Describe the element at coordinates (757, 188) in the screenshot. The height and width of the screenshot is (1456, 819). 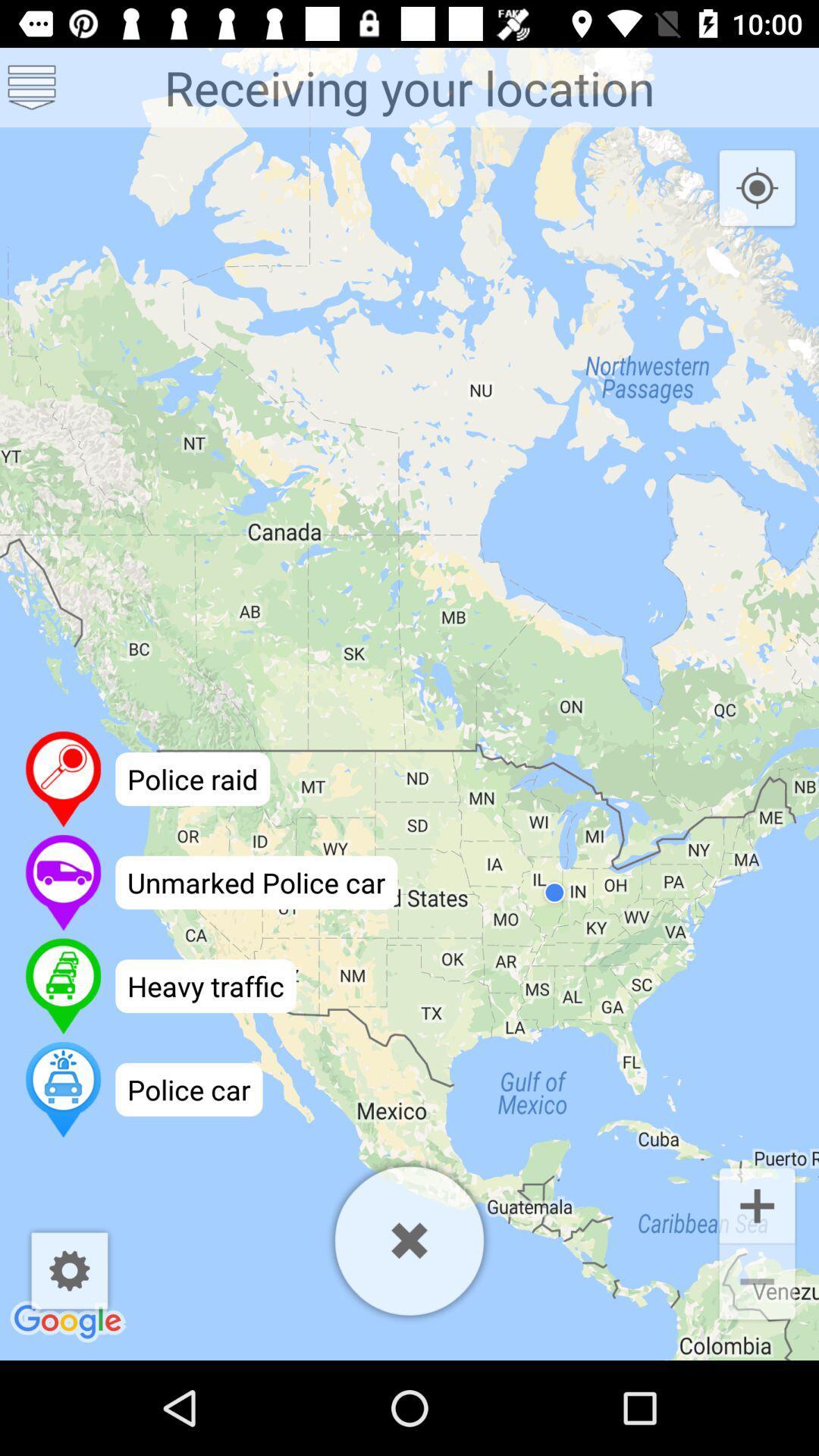
I see `the location_crosshair icon` at that location.